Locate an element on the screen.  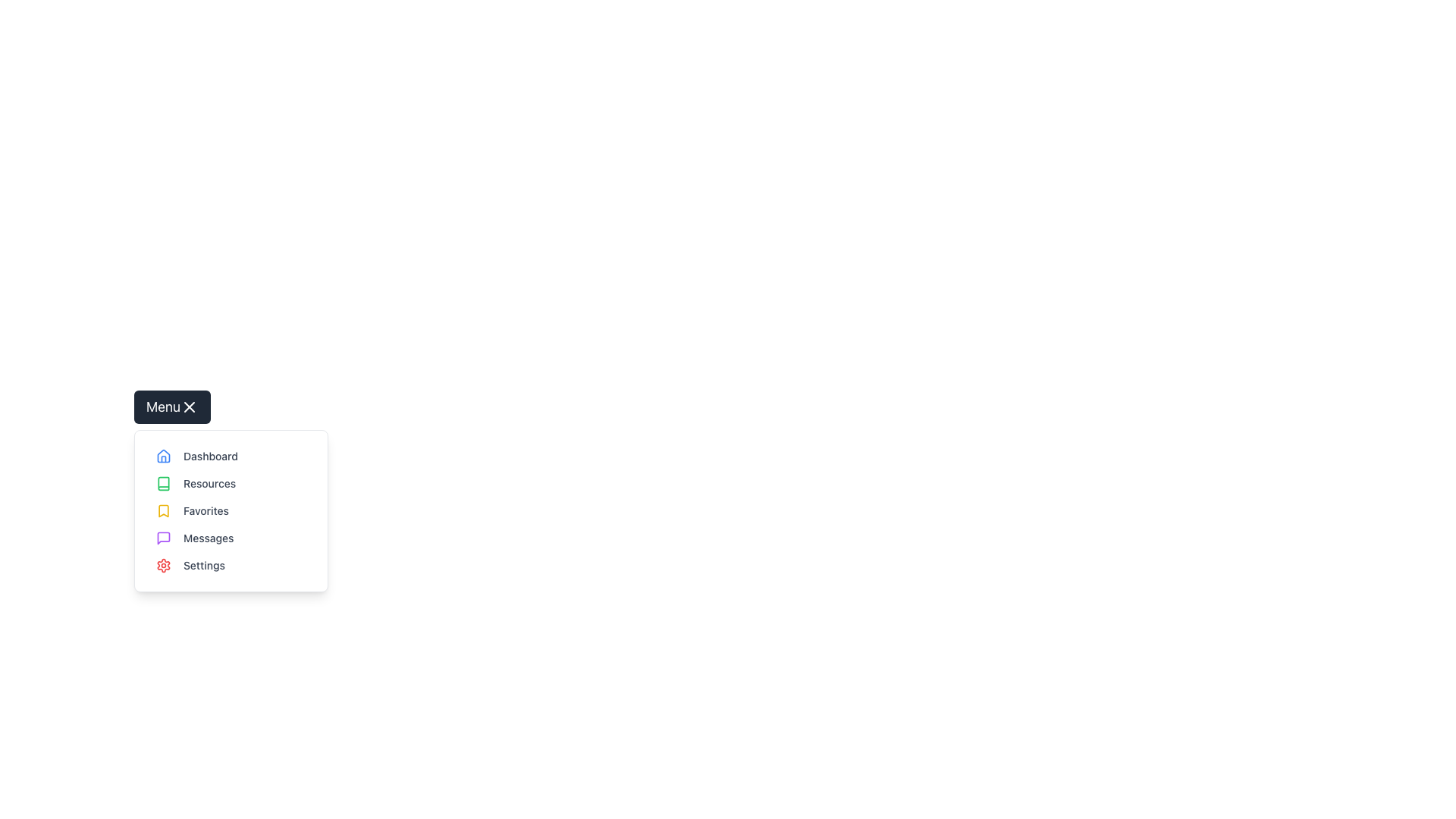
the 'Resources' menu item, which is the second entry in the vertical list menu with a green book icon to its left is located at coordinates (231, 483).